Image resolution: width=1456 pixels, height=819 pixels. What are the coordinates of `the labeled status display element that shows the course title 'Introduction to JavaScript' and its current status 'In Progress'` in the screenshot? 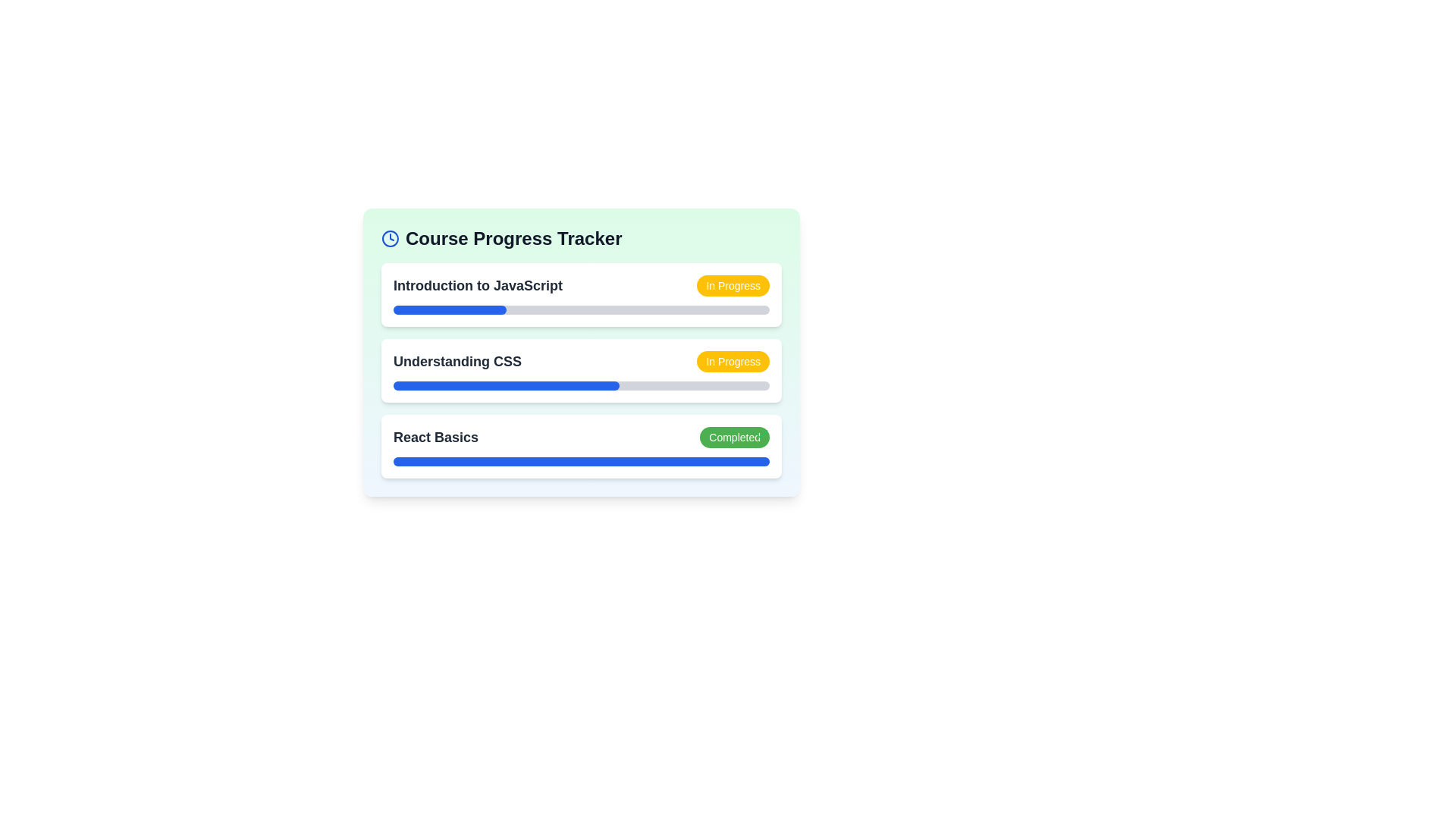 It's located at (581, 286).